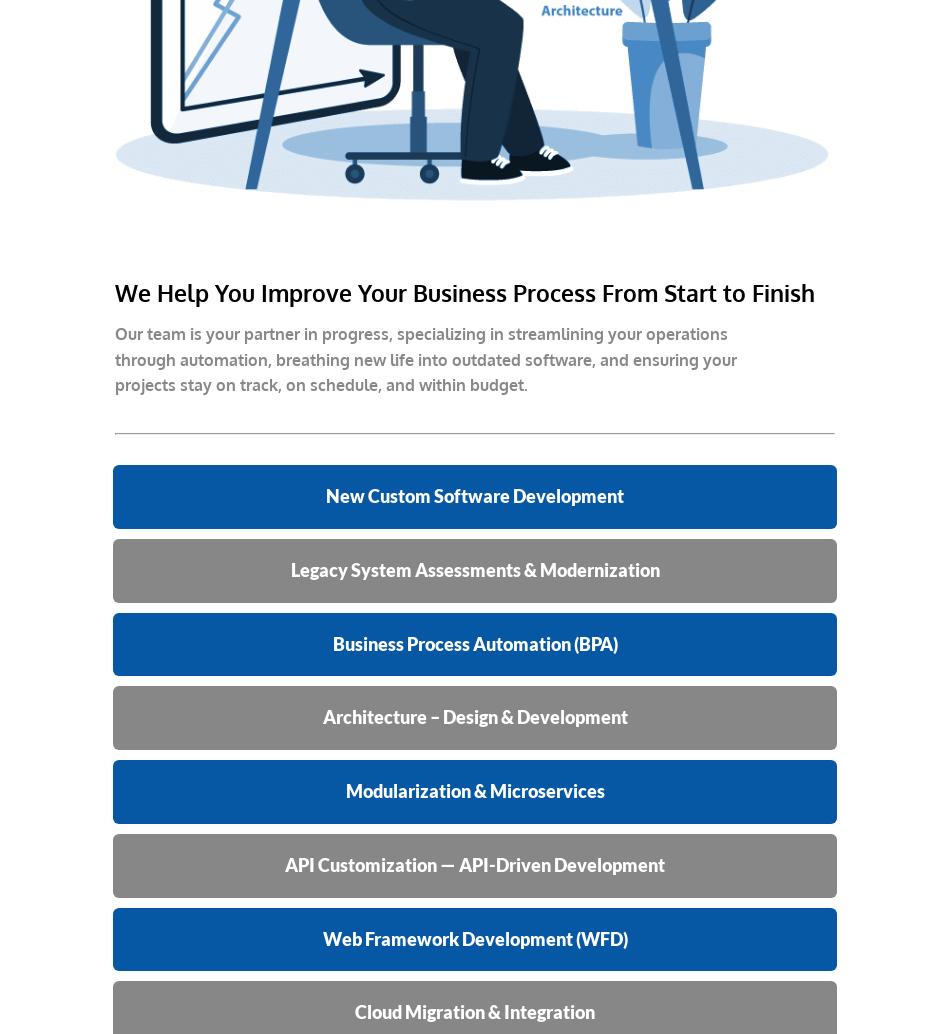  What do you see at coordinates (424, 358) in the screenshot?
I see `'Our team is your partner in progress, specializing in streamlining your operations through automation, breathing new life into outdated software, and ensuring your projects stay on track, on schedule, and within budget.'` at bounding box center [424, 358].